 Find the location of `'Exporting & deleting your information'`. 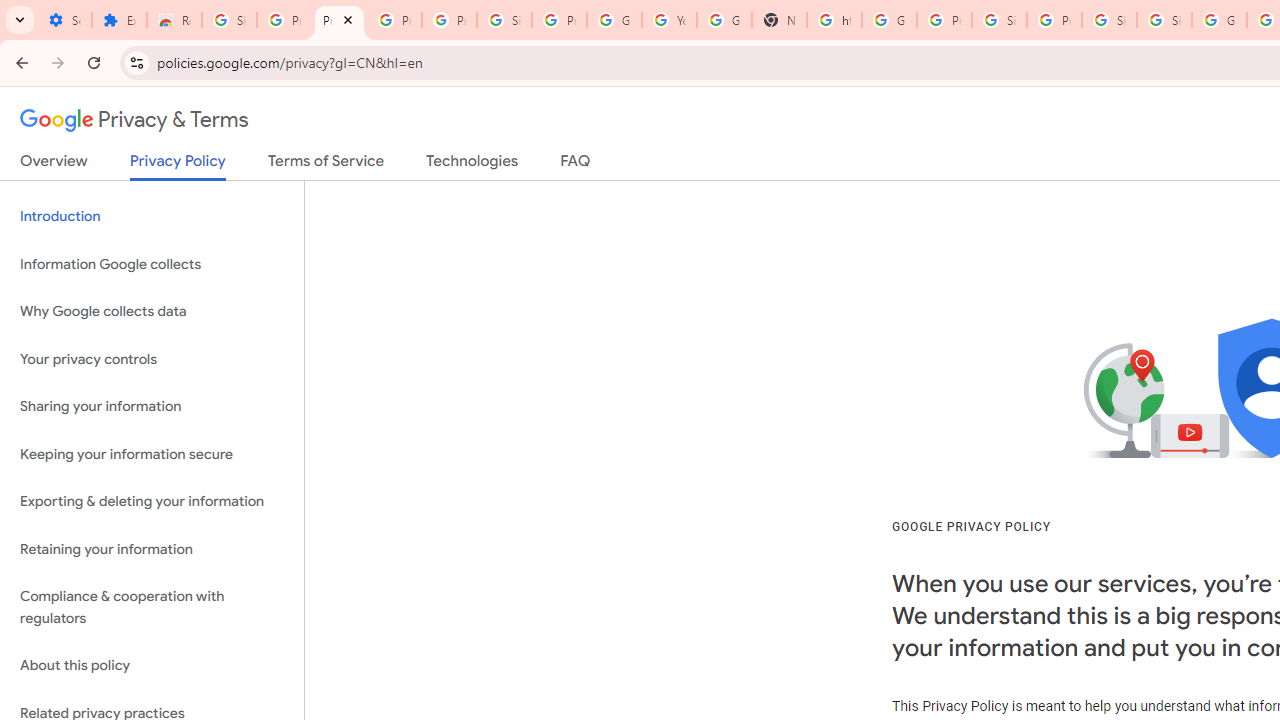

'Exporting & deleting your information' is located at coordinates (151, 501).